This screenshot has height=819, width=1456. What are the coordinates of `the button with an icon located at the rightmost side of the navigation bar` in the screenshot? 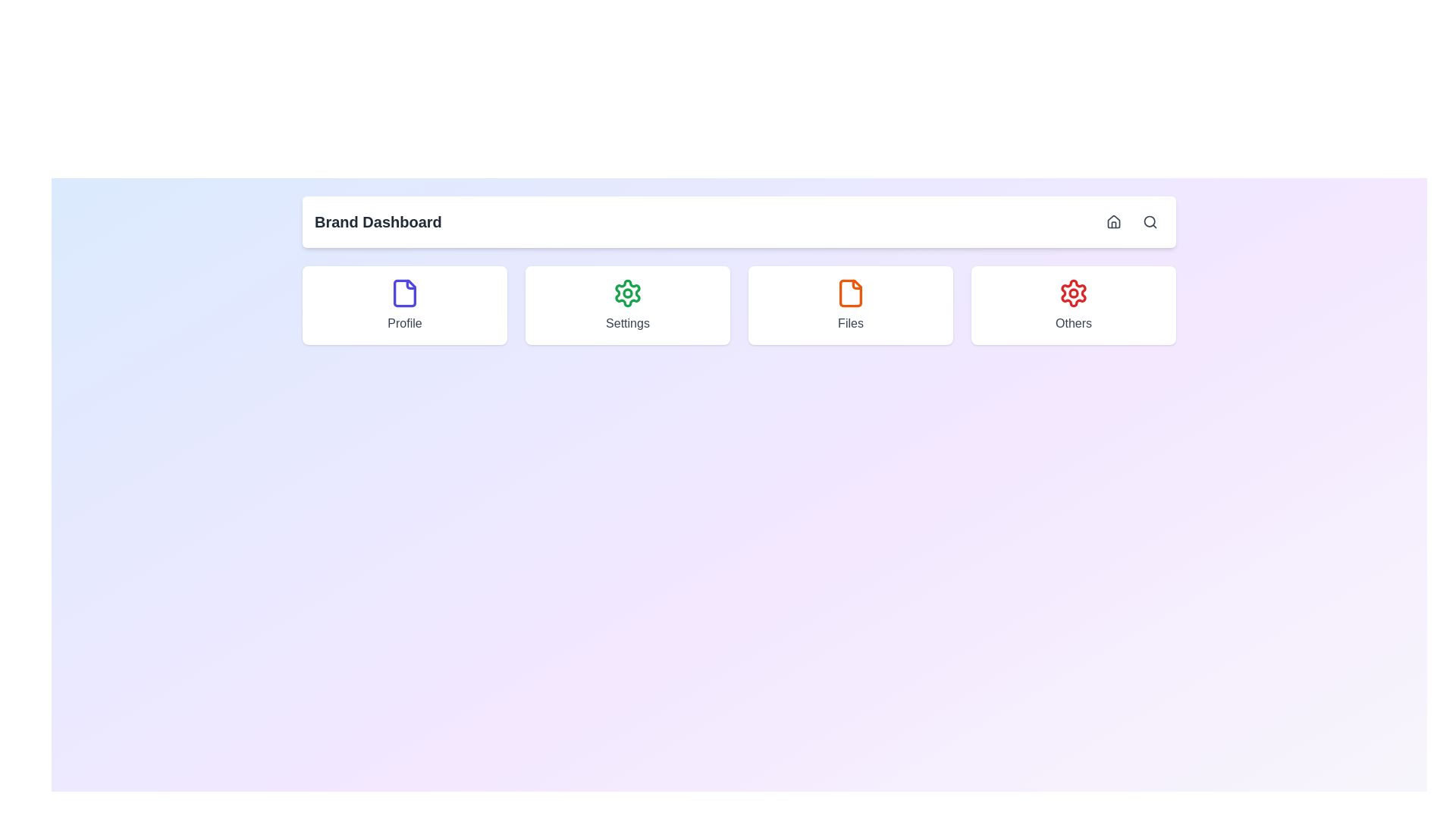 It's located at (1113, 222).